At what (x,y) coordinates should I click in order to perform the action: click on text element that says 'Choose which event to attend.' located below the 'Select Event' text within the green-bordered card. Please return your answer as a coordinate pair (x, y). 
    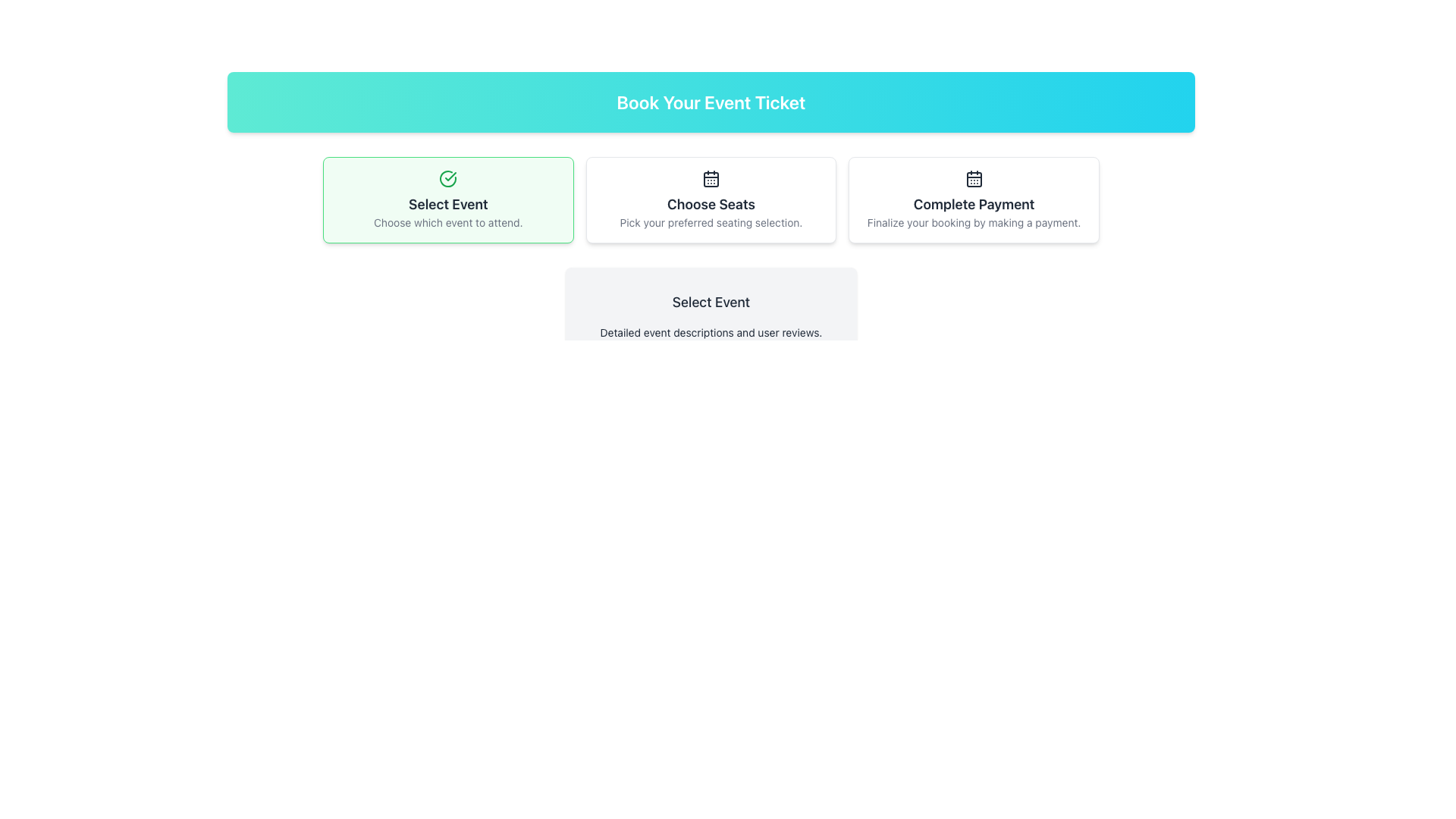
    Looking at the image, I should click on (447, 222).